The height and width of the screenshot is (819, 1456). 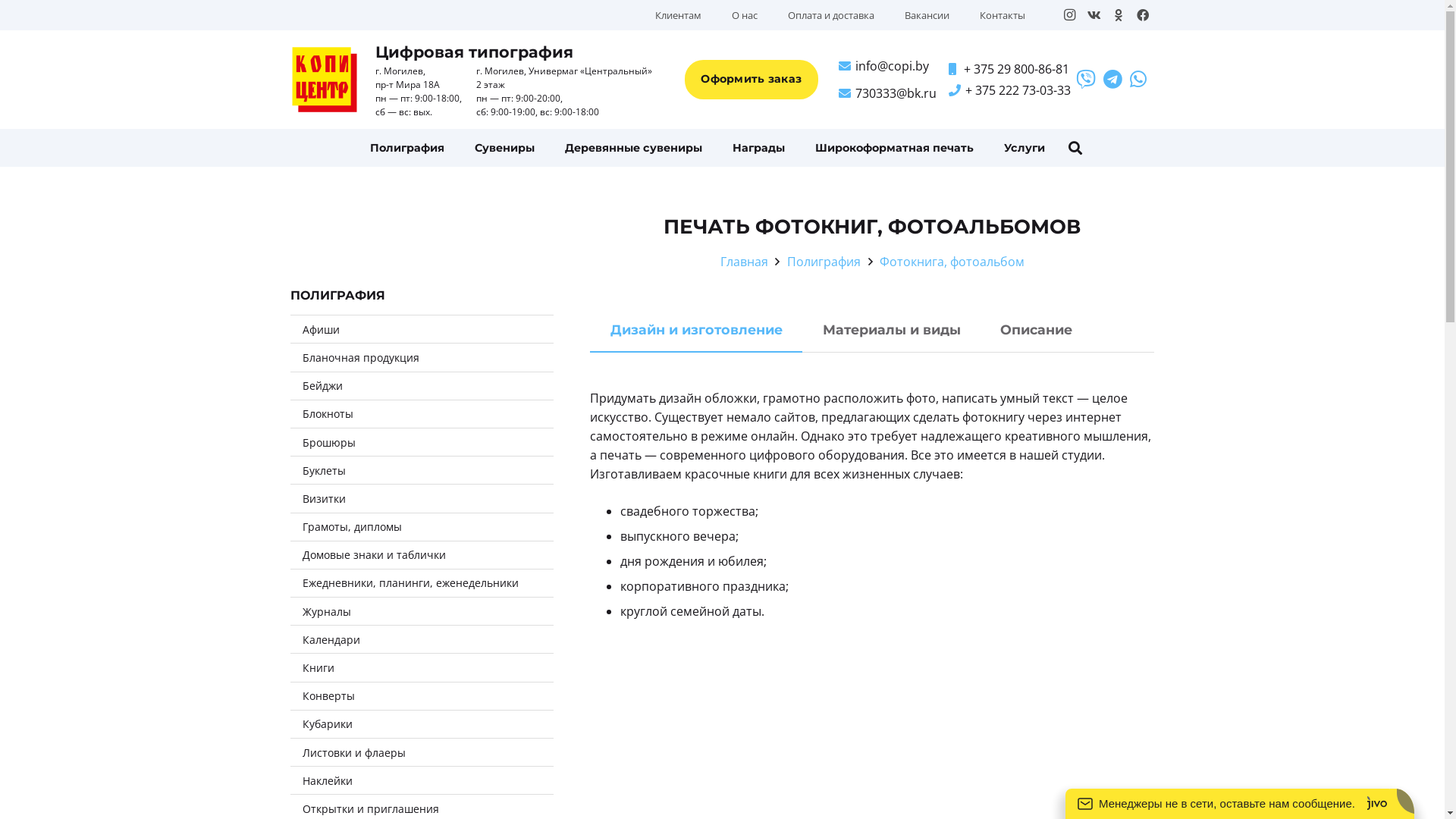 What do you see at coordinates (948, 69) in the screenshot?
I see `'+ 375 29 800-86-81'` at bounding box center [948, 69].